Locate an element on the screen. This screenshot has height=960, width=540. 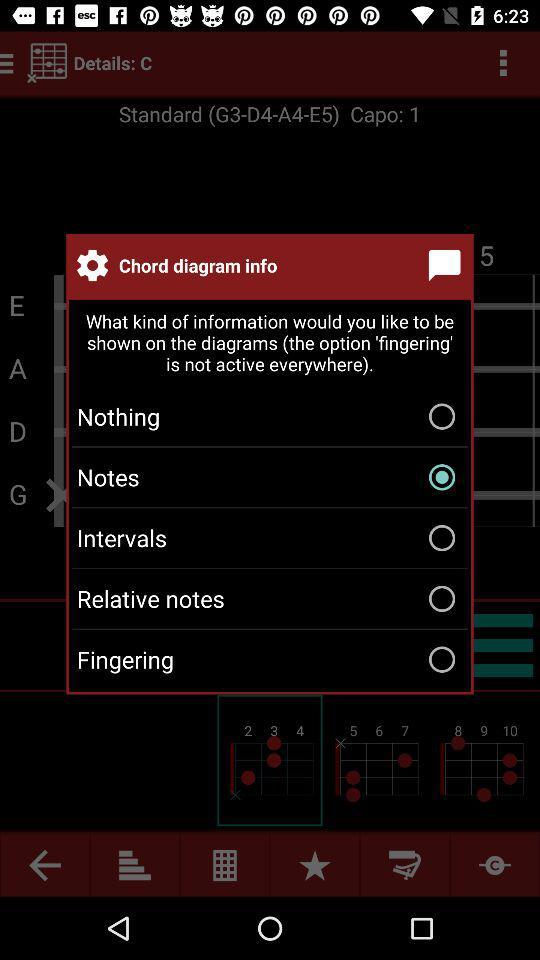
the intervals icon is located at coordinates (270, 537).